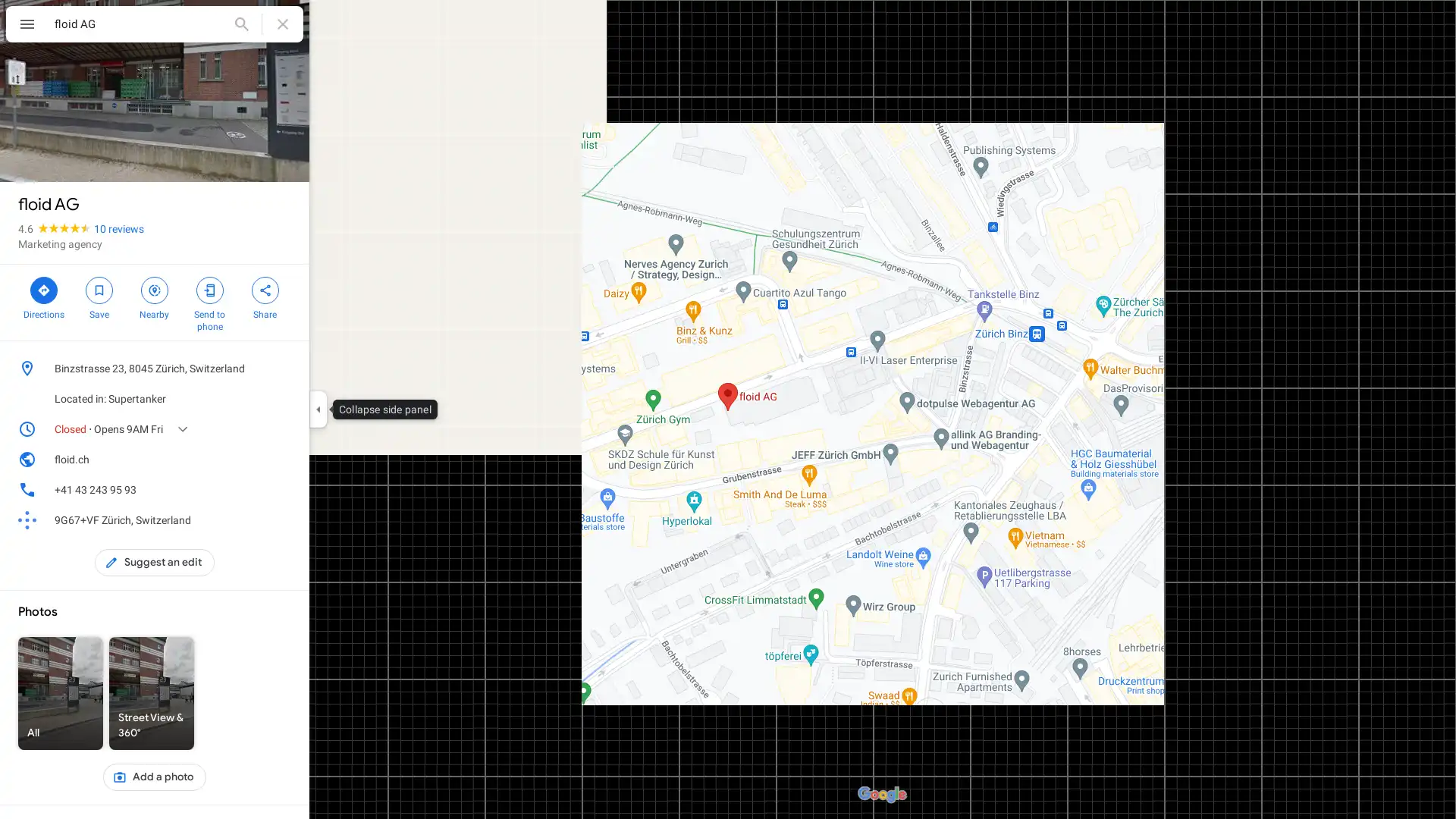 The image size is (1456, 819). I want to click on Street View & 360, so click(152, 693).